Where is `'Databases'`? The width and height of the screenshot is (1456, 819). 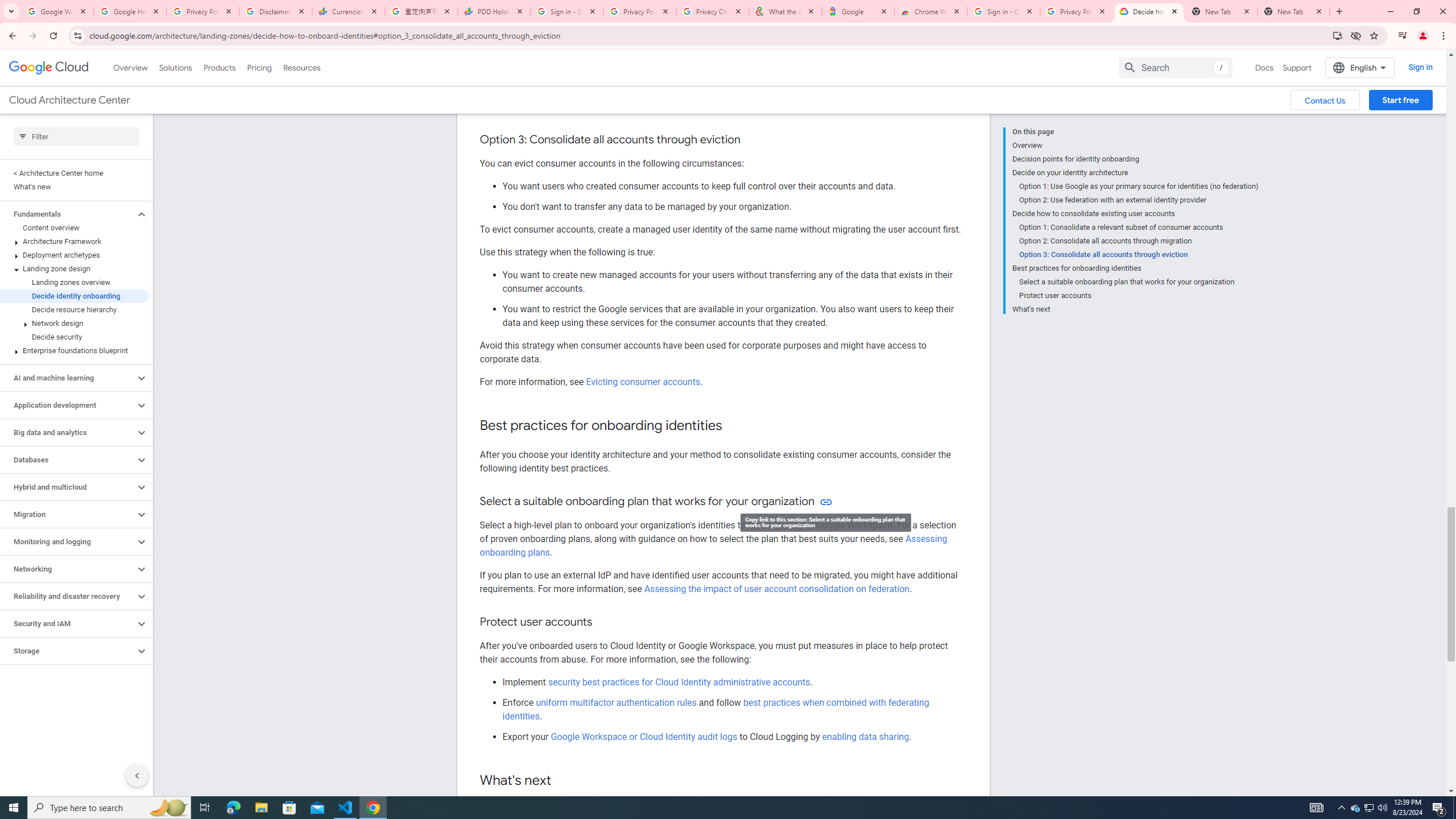
'Databases' is located at coordinates (67, 460).